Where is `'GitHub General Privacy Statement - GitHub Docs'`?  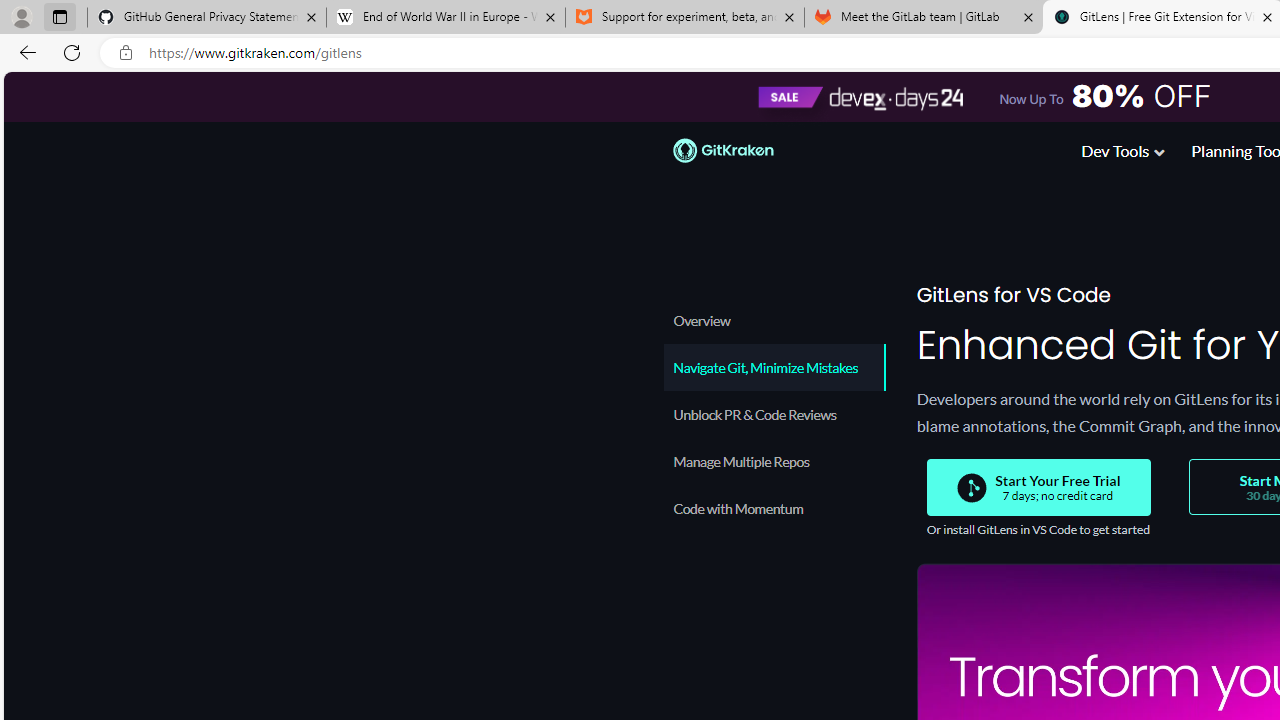
'GitHub General Privacy Statement - GitHub Docs' is located at coordinates (207, 17).